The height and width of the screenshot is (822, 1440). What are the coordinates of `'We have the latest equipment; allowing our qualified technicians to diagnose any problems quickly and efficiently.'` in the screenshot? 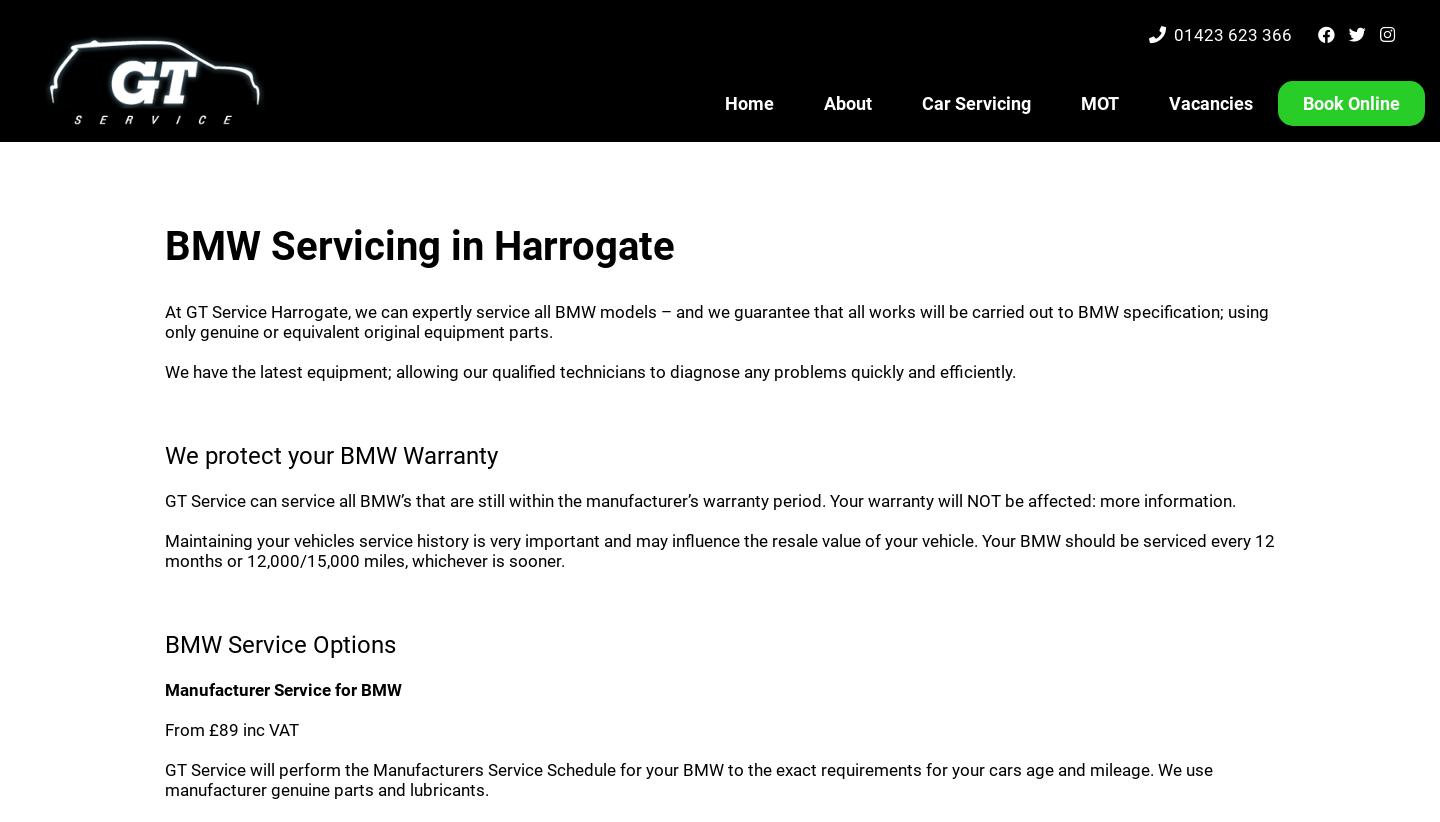 It's located at (590, 372).